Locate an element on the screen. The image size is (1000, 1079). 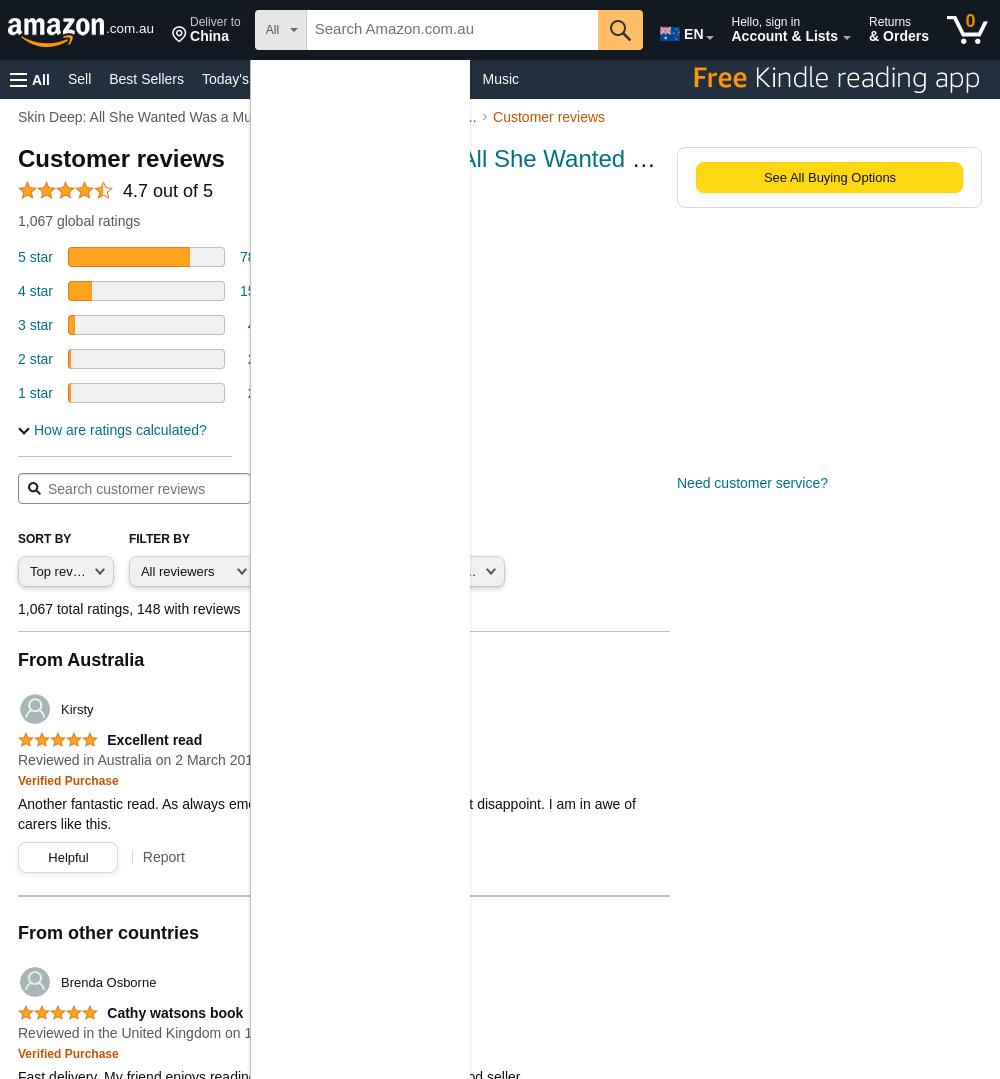
'by' is located at coordinates (343, 185).